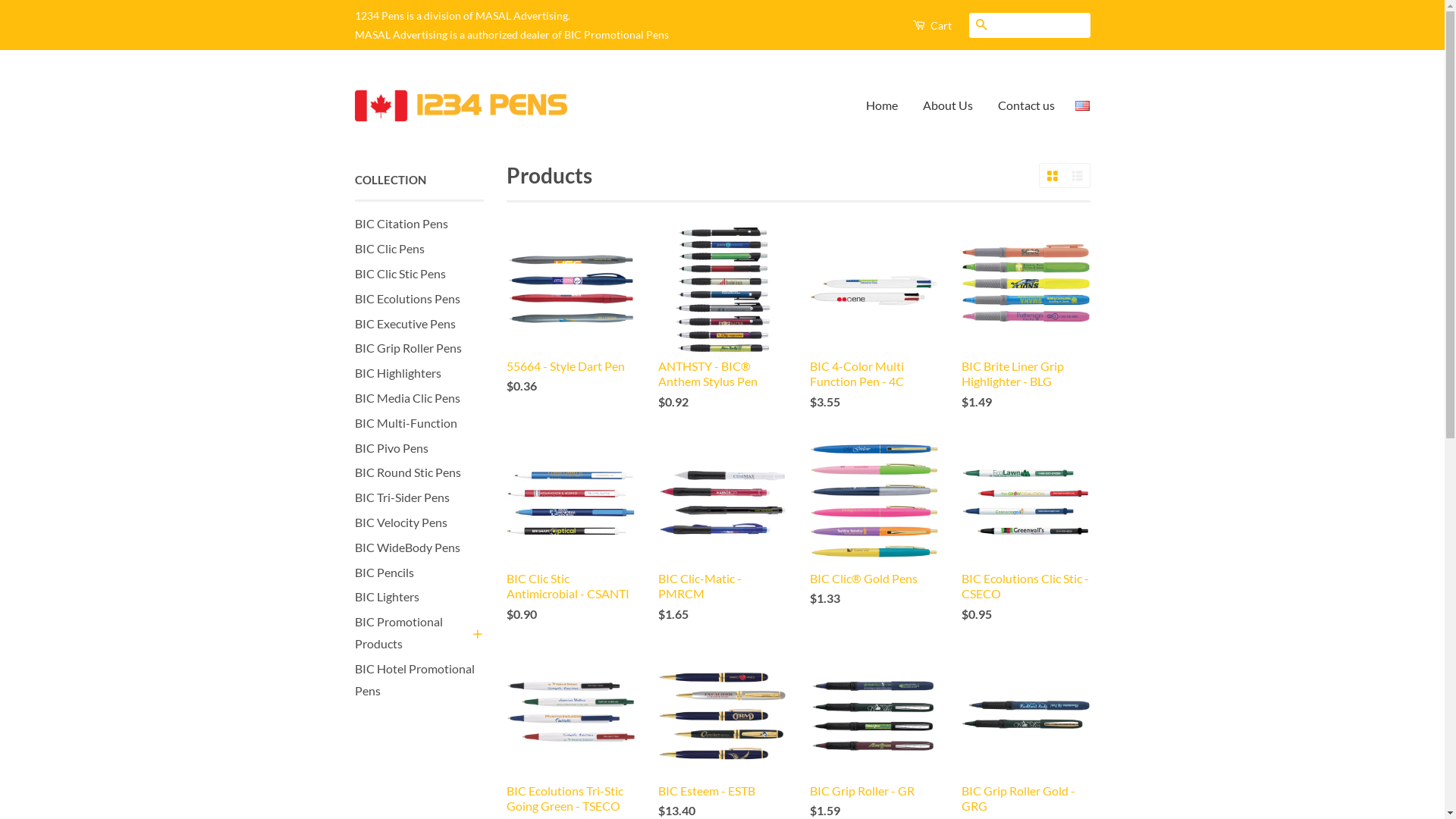  Describe the element at coordinates (1026, 543) in the screenshot. I see `'BIC Ecolutions Clic Stic - CSECO` at that location.